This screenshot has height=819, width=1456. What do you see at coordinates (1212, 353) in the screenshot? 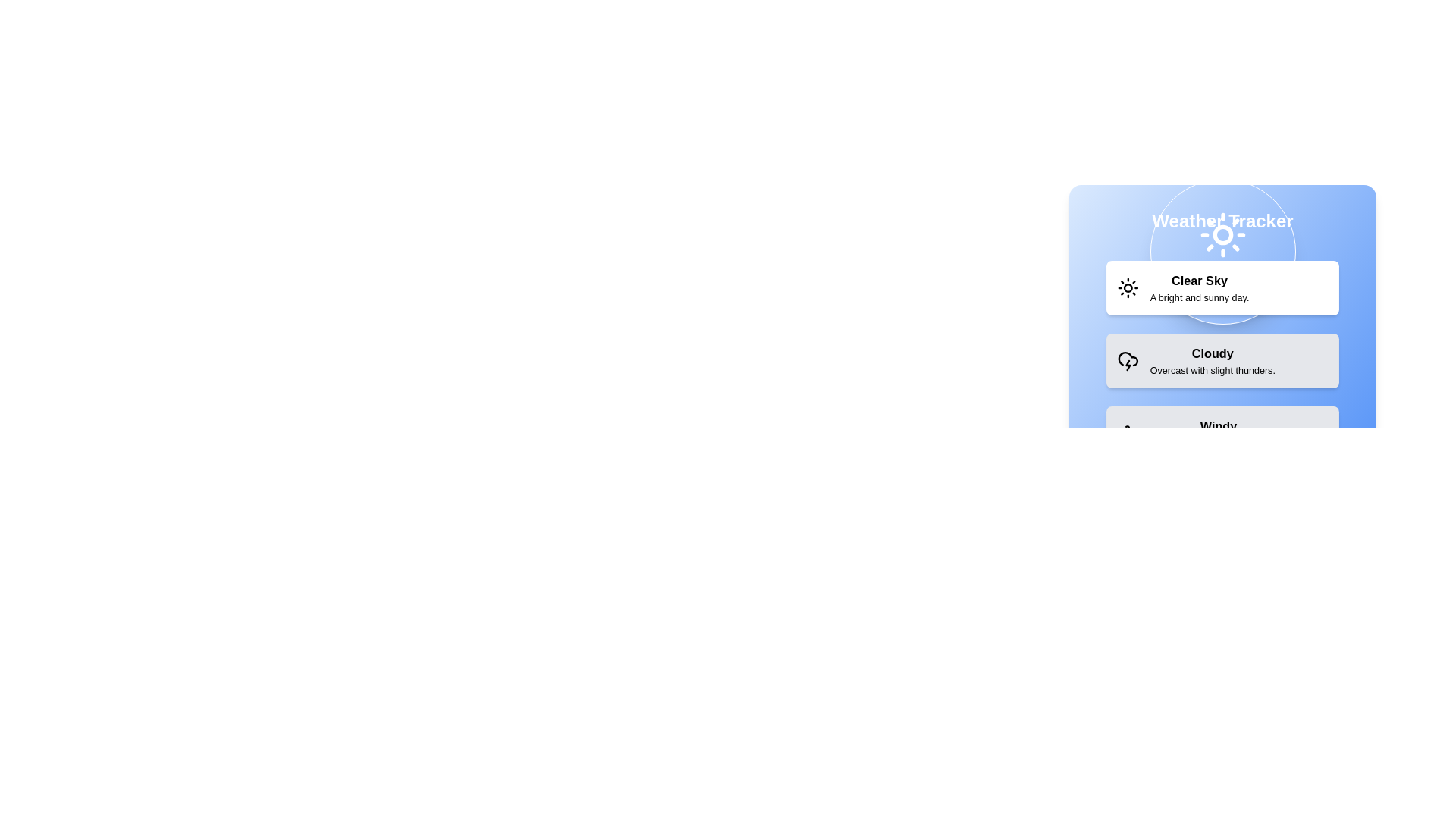
I see `the bold, black text label reading 'Cloudy', which is prominently displayed in a larger font size above the descriptive text 'Overcast with slight thunders' within the weather-themed interface` at bounding box center [1212, 353].